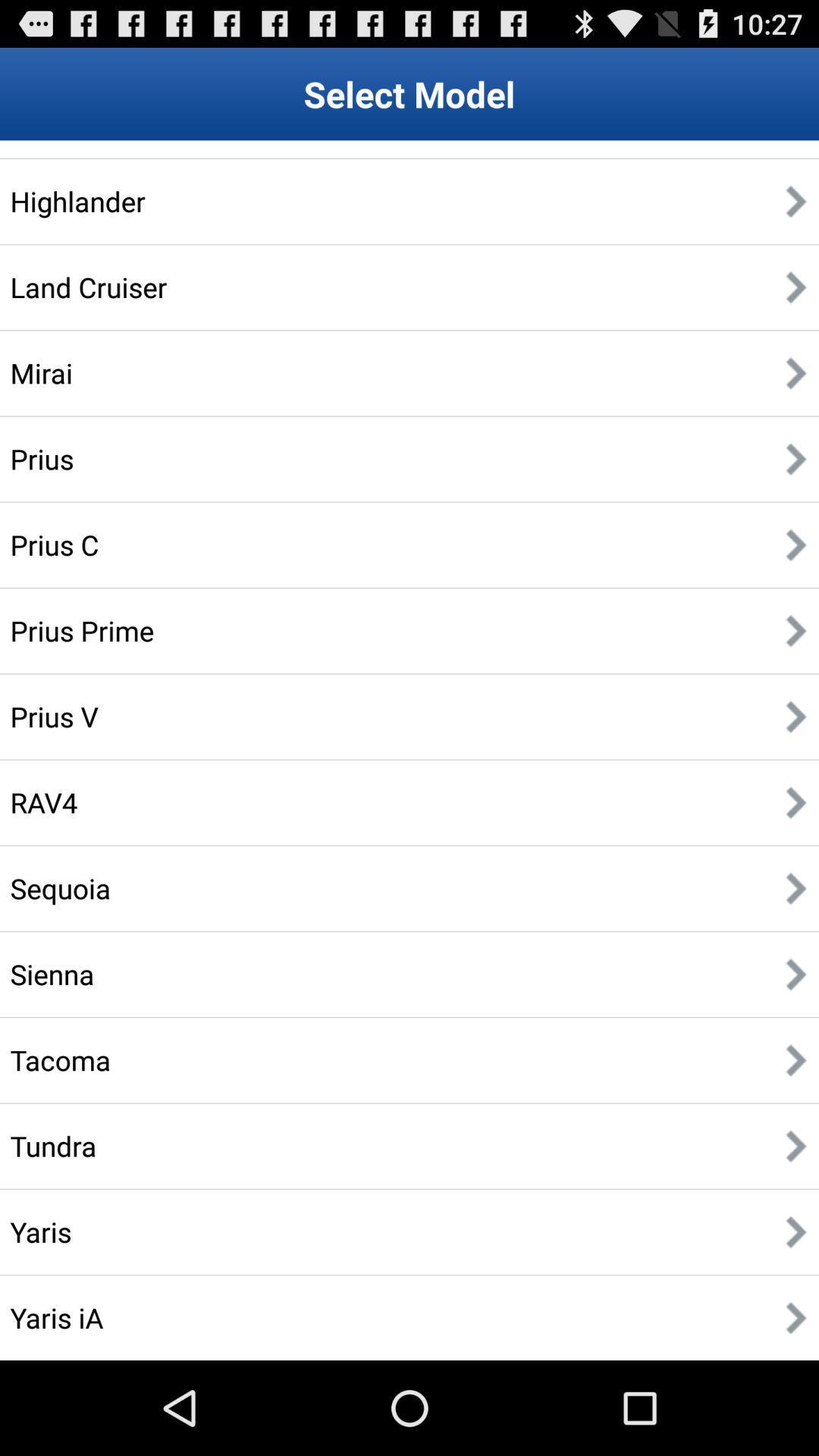 This screenshot has width=819, height=1456. I want to click on the highlander app, so click(77, 200).